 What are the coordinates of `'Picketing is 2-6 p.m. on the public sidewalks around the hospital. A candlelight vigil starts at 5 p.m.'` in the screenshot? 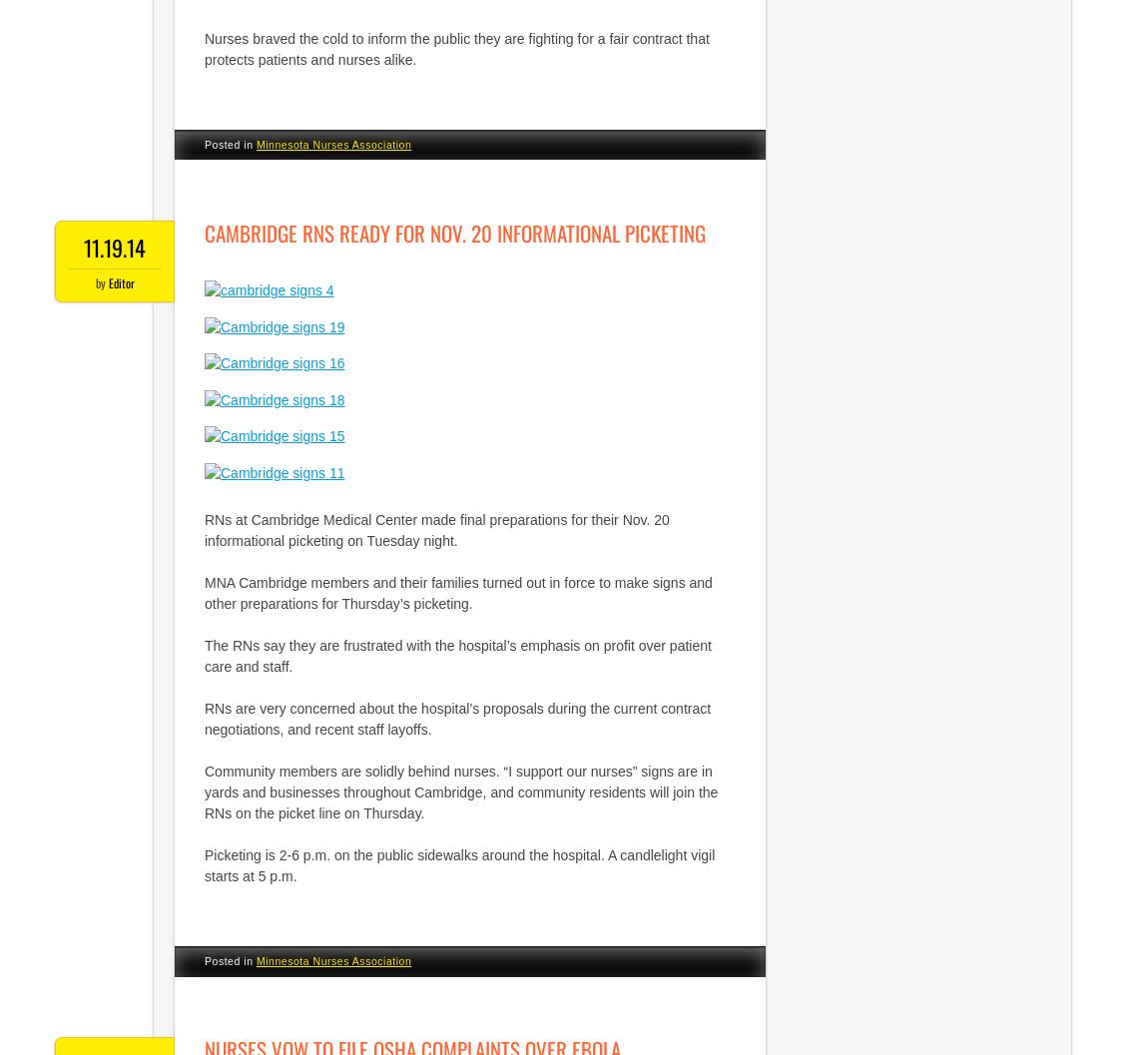 It's located at (459, 863).